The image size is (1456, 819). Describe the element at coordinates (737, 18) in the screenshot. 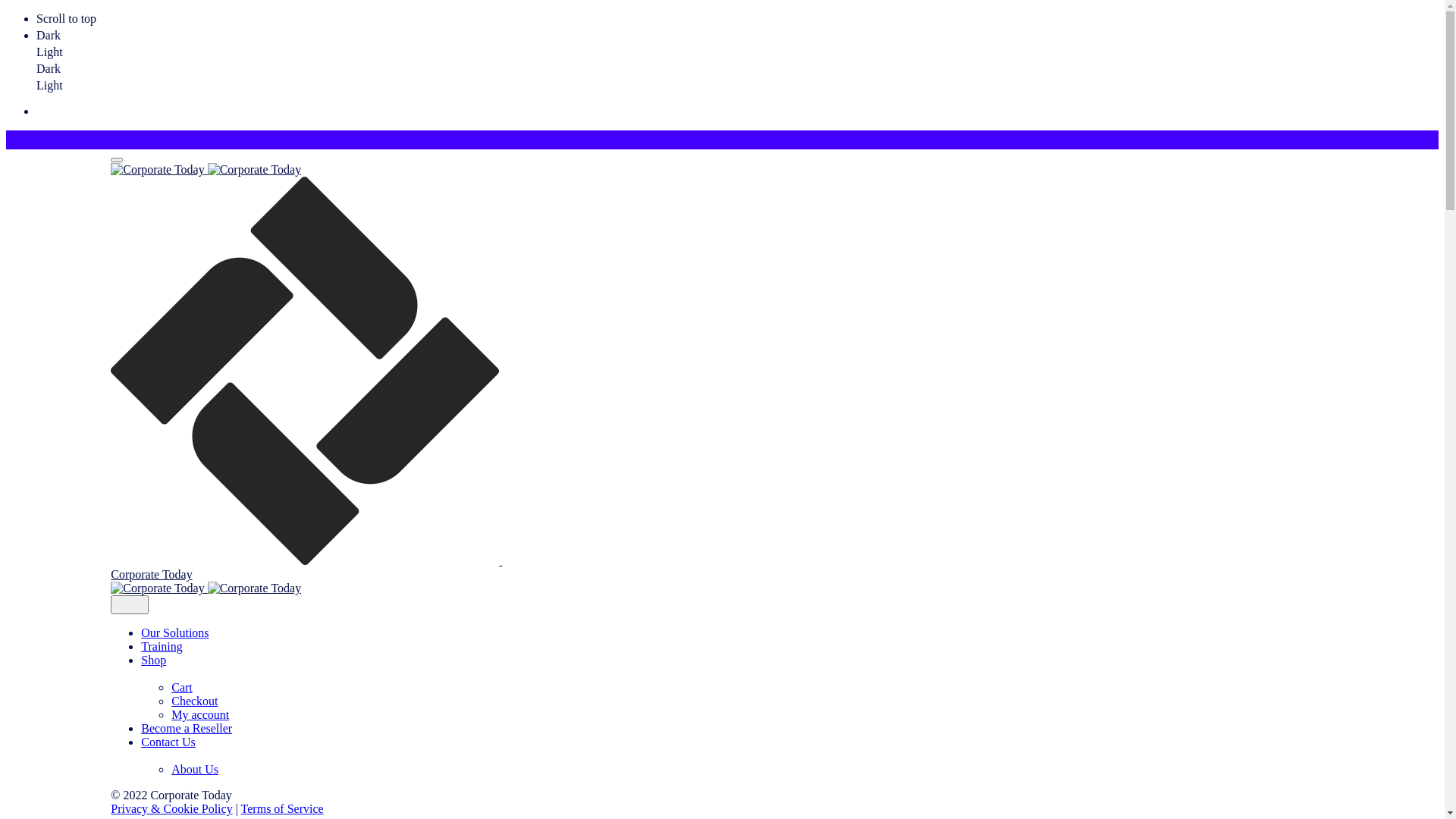

I see `'Scroll to top'` at that location.